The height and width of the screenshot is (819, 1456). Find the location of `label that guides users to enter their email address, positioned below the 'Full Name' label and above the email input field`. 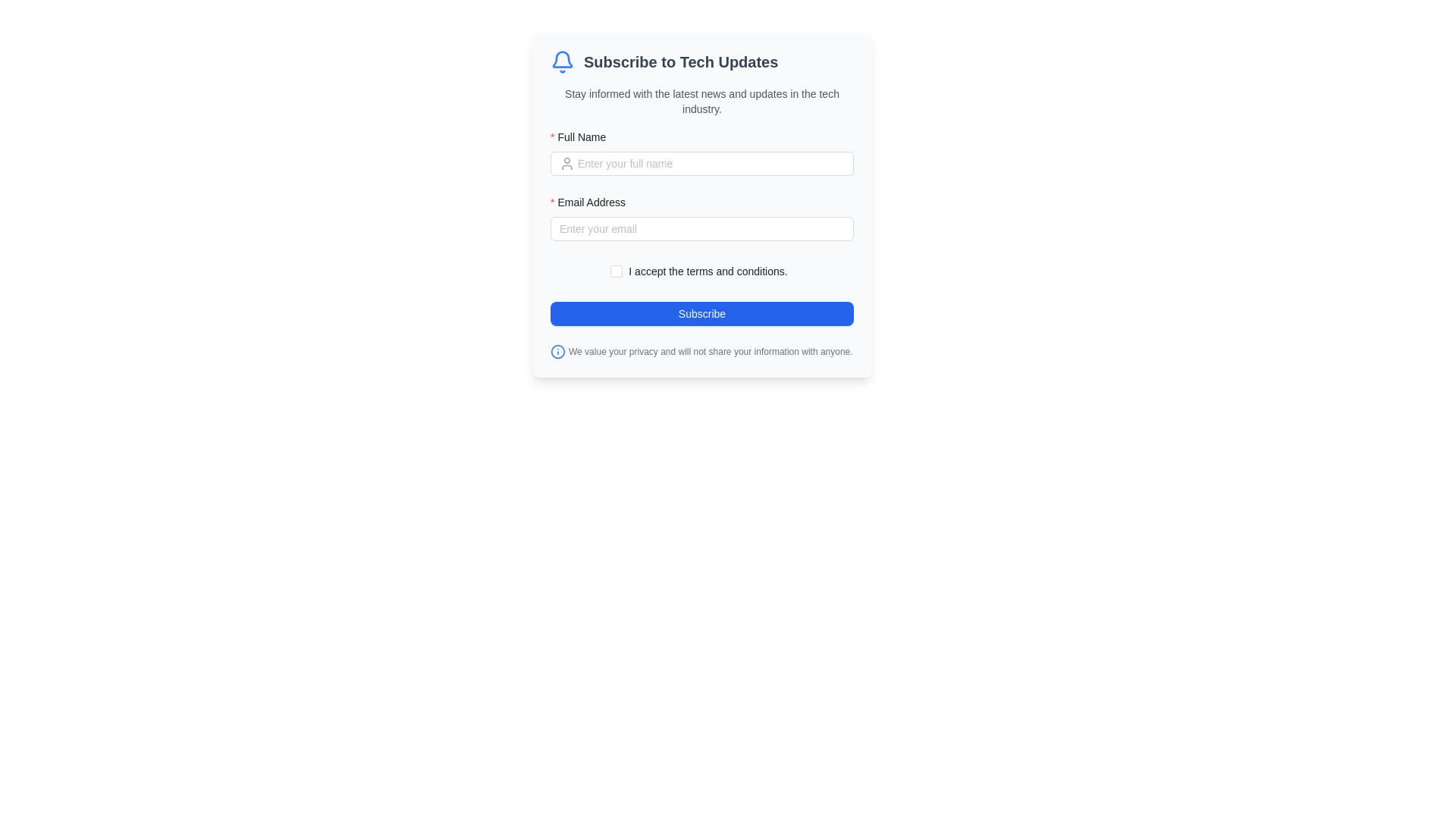

label that guides users to enter their email address, positioned below the 'Full Name' label and above the email input field is located at coordinates (592, 201).